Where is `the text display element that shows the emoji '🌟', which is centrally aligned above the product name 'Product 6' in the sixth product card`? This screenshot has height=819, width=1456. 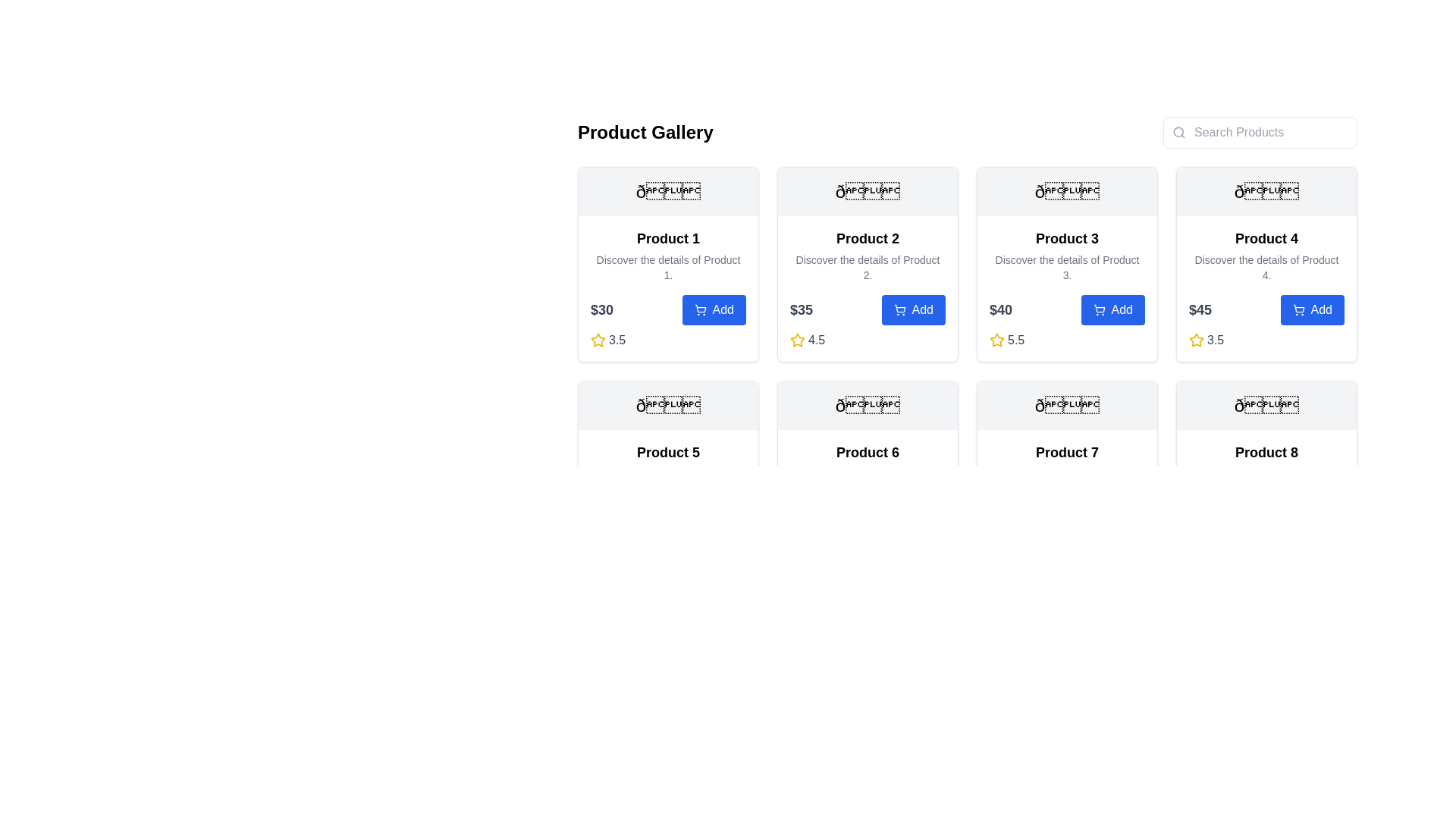 the text display element that shows the emoji '🌟', which is centrally aligned above the product name 'Product 6' in the sixth product card is located at coordinates (868, 405).